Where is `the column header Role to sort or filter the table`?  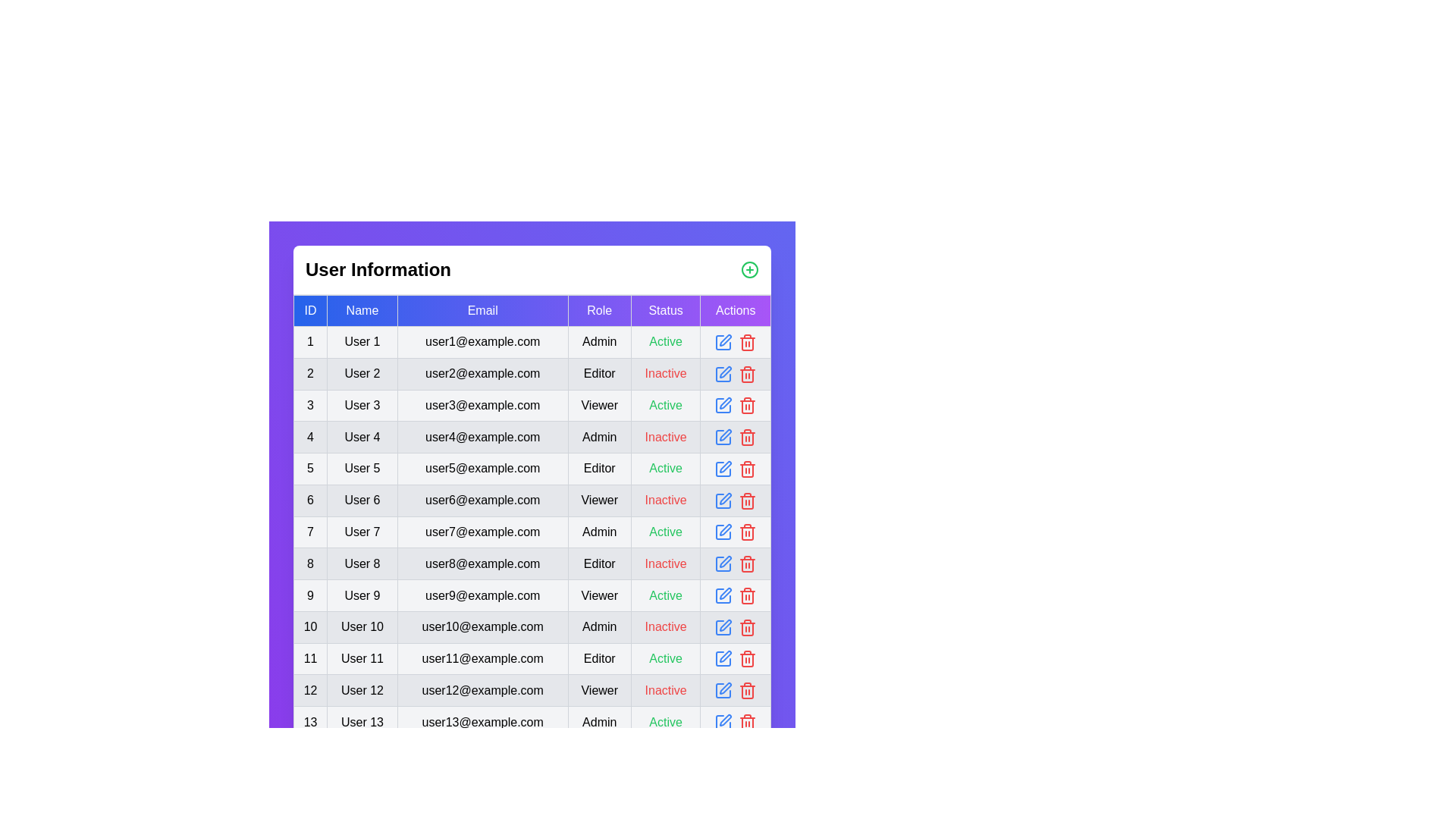 the column header Role to sort or filter the table is located at coordinates (598, 309).